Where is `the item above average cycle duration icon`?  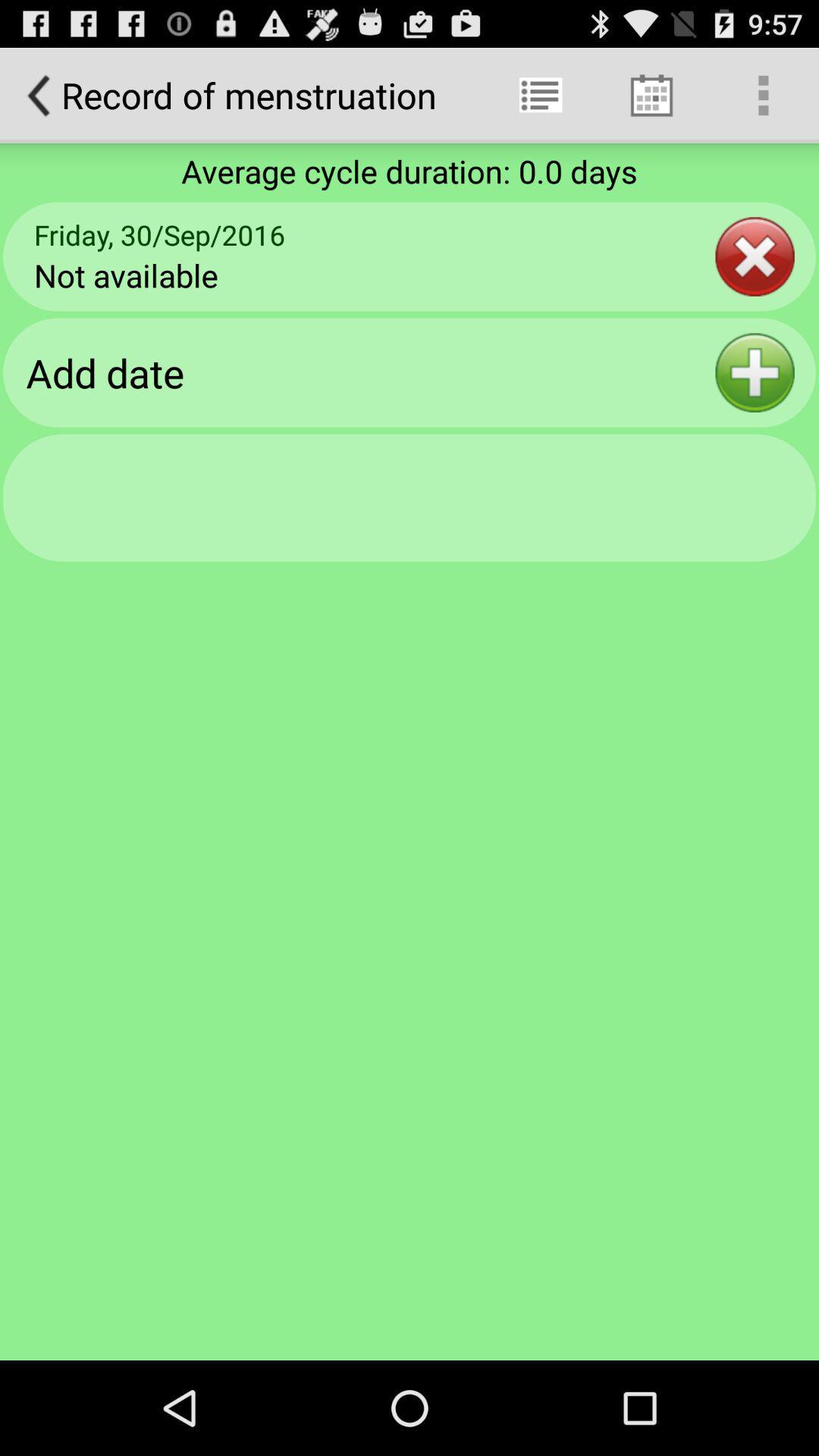 the item above average cycle duration icon is located at coordinates (763, 94).